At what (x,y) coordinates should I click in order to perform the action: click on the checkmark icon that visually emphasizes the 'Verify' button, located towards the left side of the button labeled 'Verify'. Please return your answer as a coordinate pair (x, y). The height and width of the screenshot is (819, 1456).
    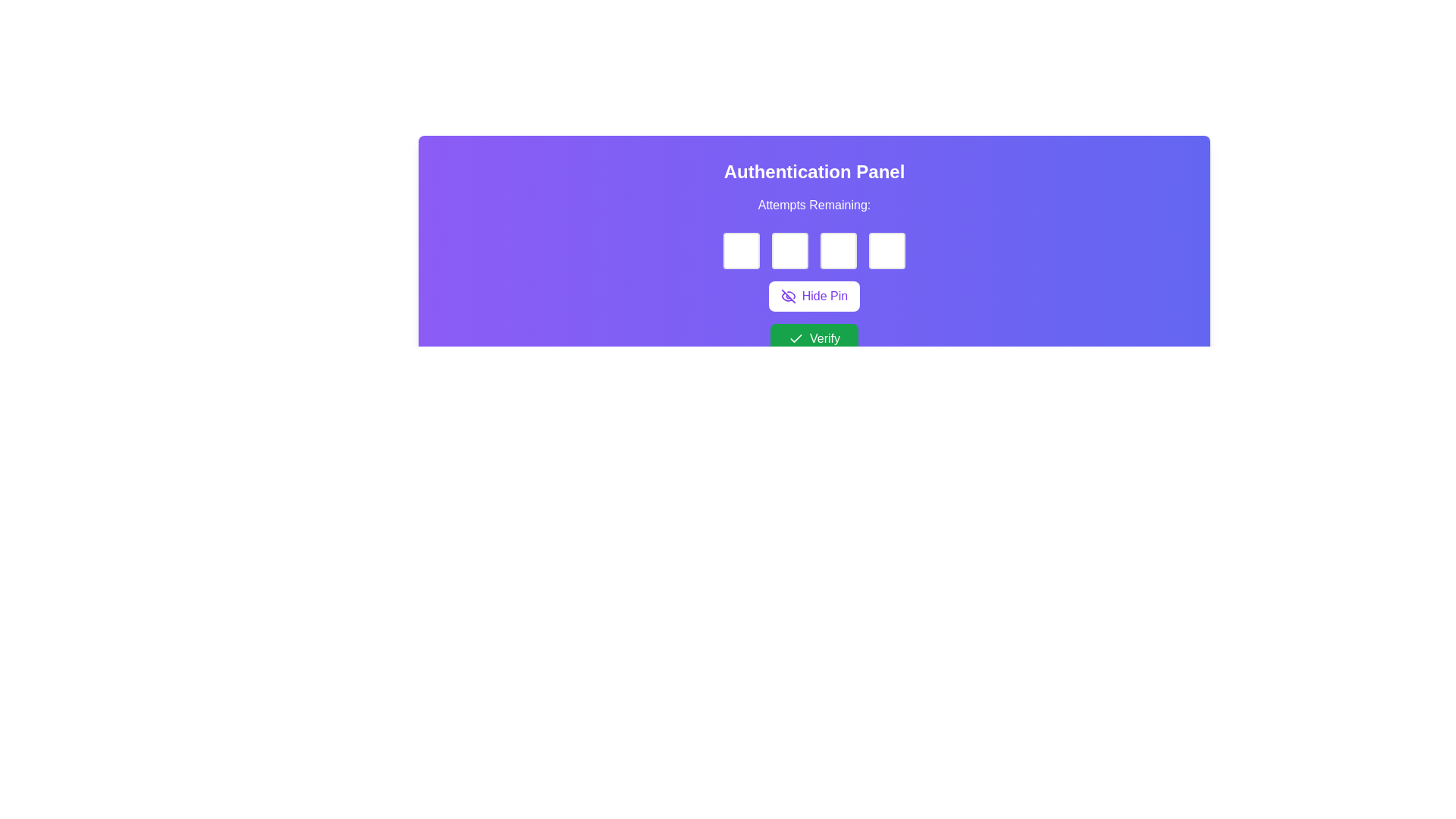
    Looking at the image, I should click on (795, 338).